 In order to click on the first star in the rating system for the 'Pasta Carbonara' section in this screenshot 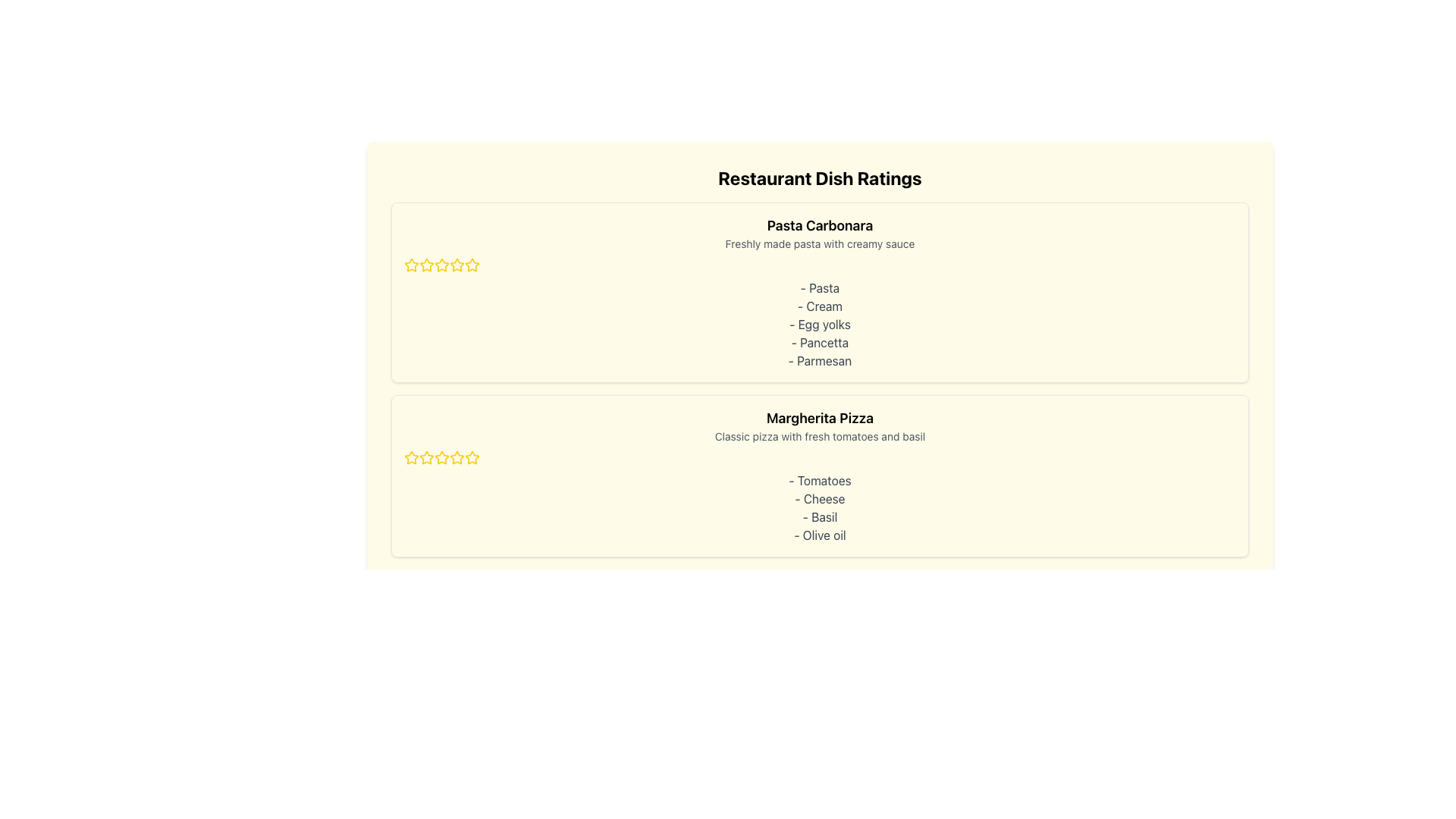, I will do `click(411, 264)`.